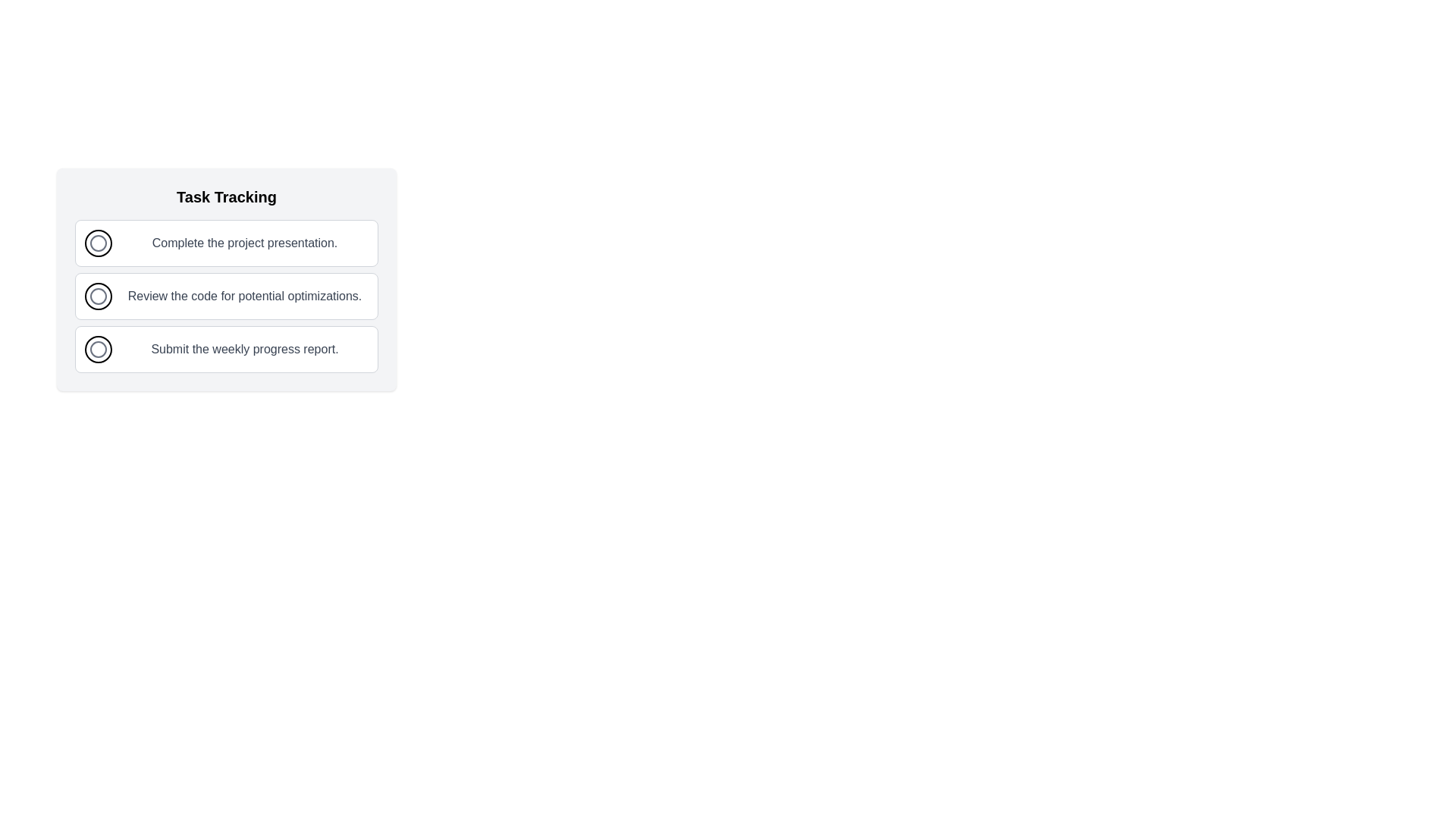 This screenshot has height=819, width=1456. What do you see at coordinates (97, 242) in the screenshot?
I see `the first circular graphical icon with a thin stroke line, located within the 'Task Tracking' card, adjacent to the text 'Complete the project presentation'` at bounding box center [97, 242].